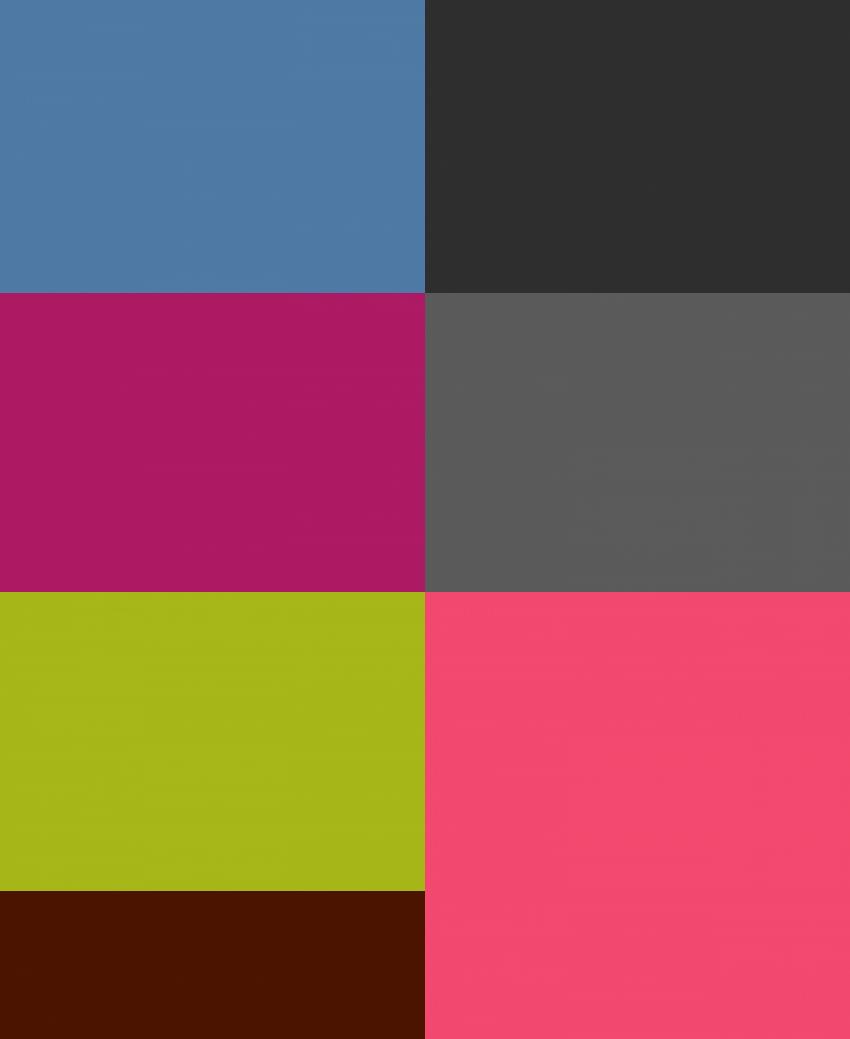 This screenshot has height=1039, width=850. Describe the element at coordinates (635, 740) in the screenshot. I see `'Image With Sidebar'` at that location.